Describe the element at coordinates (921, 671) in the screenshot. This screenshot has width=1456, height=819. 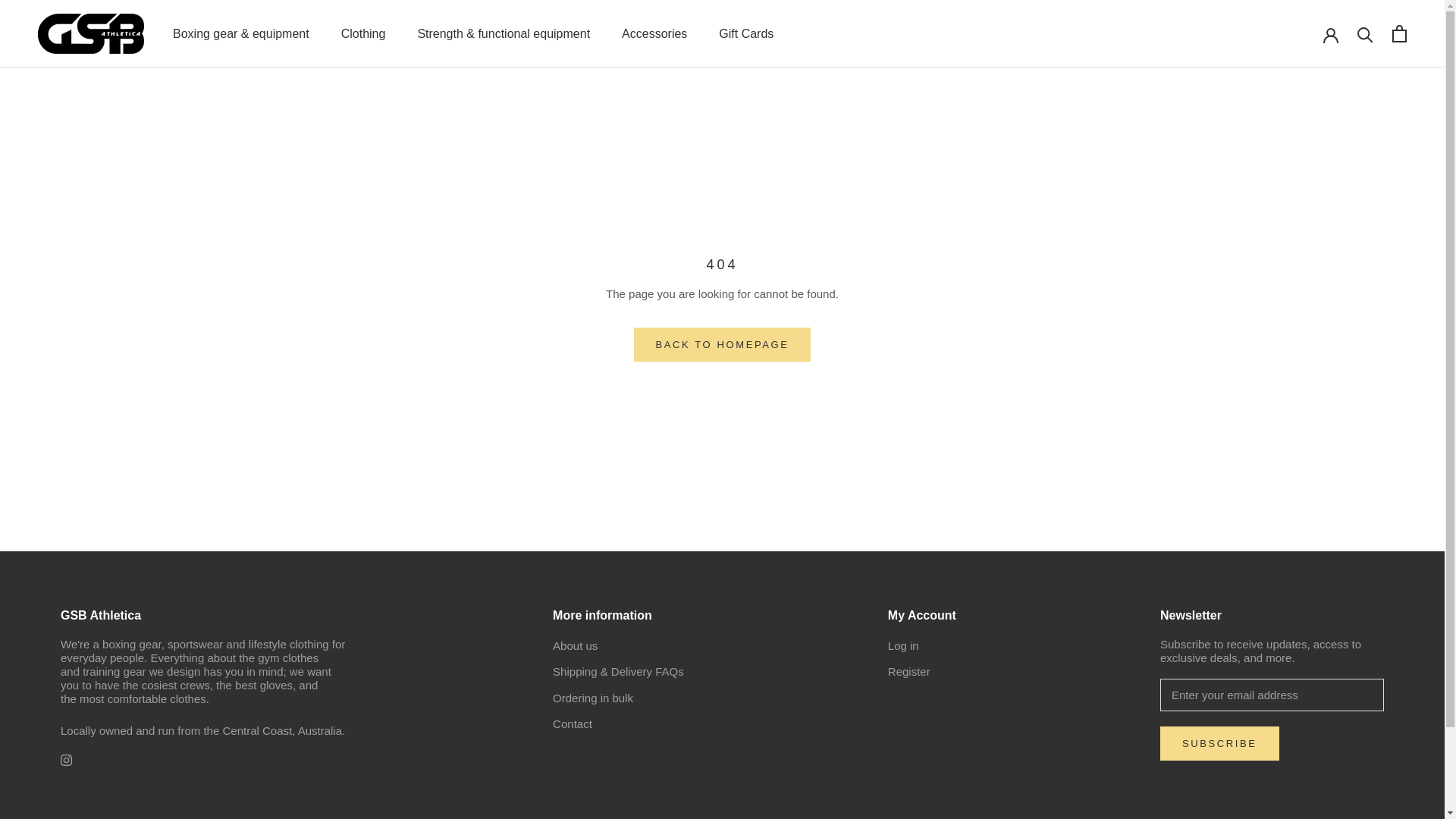
I see `'Register'` at that location.